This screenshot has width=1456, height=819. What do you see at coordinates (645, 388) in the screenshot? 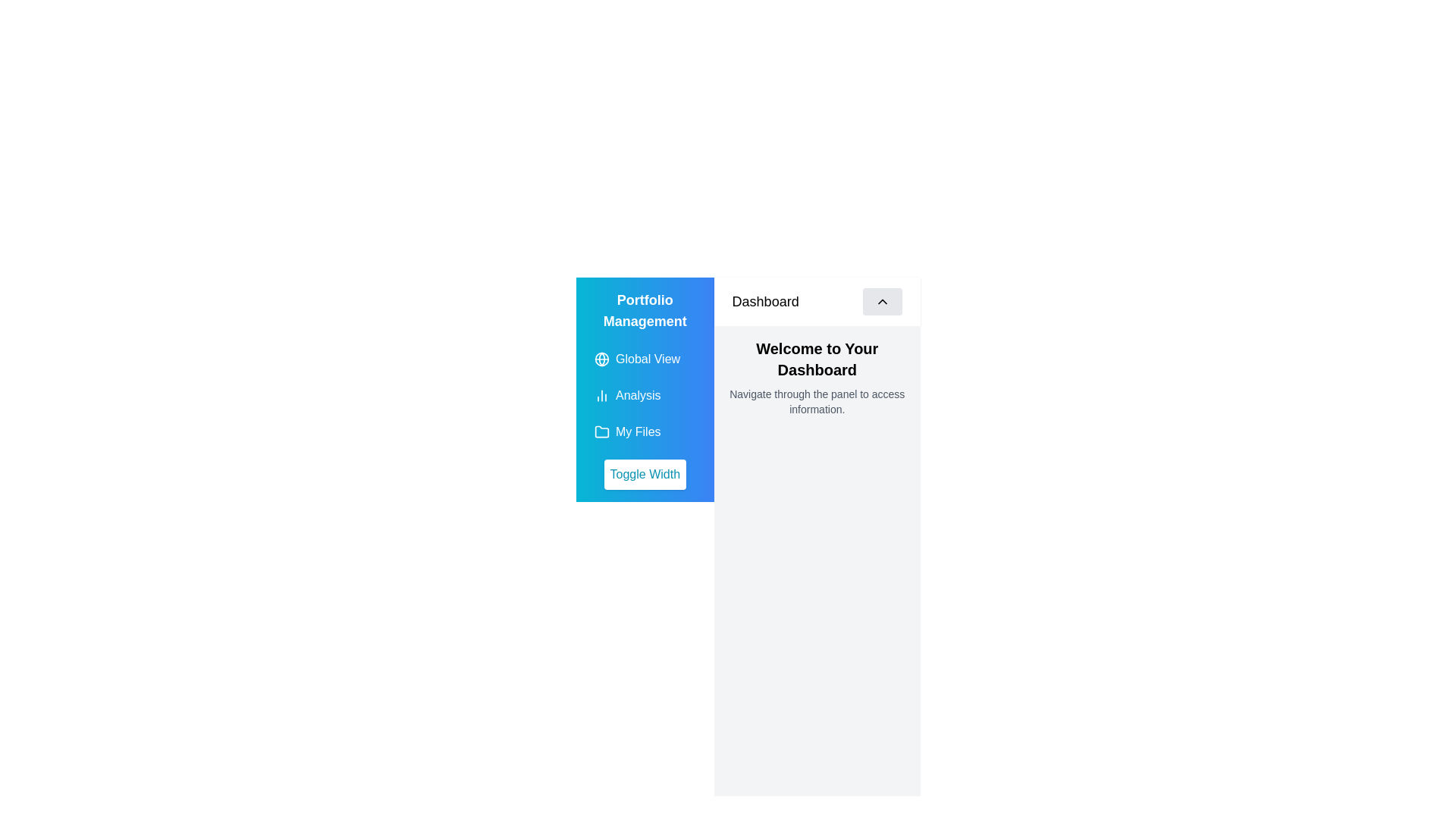
I see `the Navigation Menu located below the 'Portfolio Management' header` at bounding box center [645, 388].